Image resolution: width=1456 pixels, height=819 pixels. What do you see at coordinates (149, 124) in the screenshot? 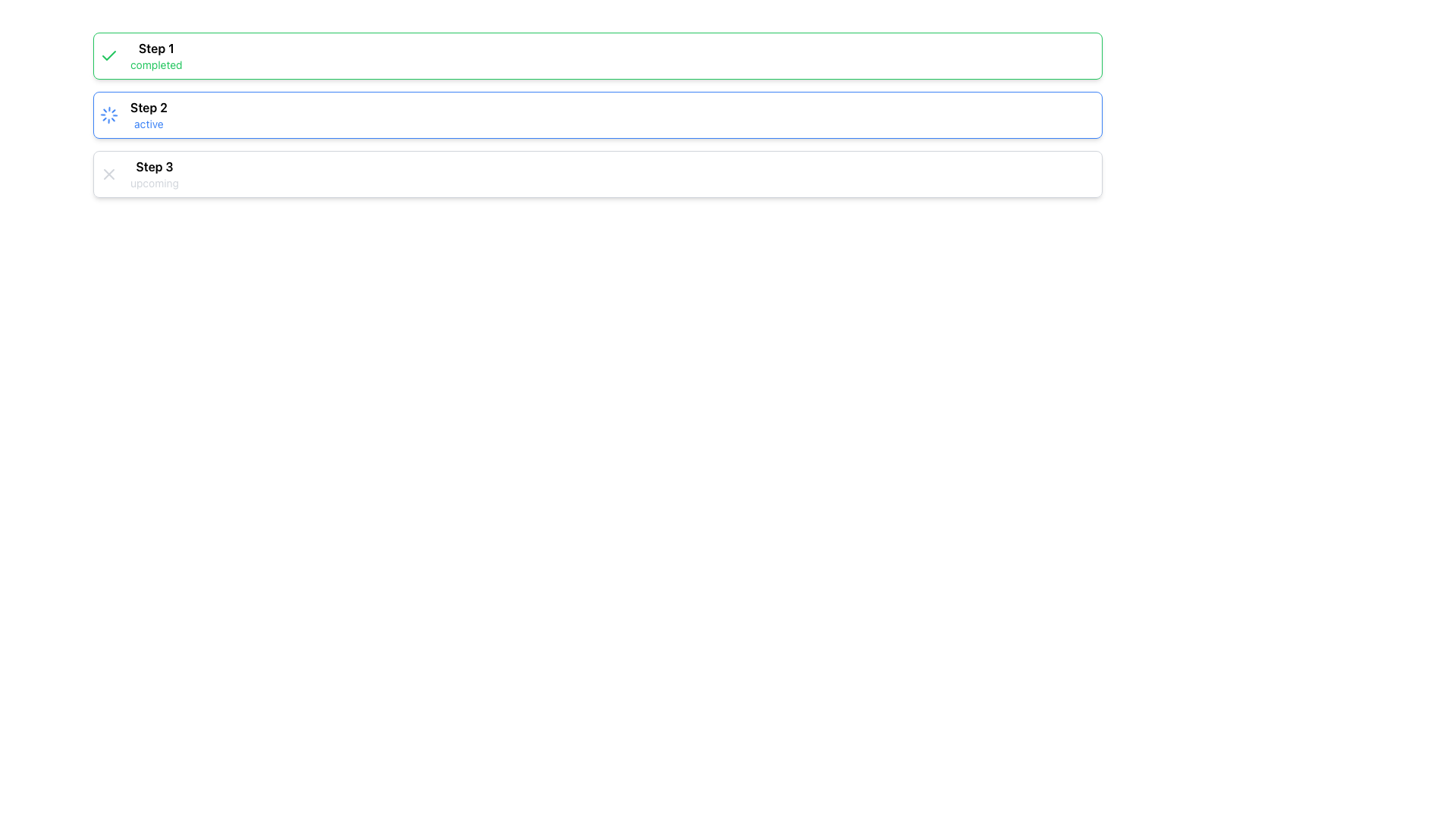
I see `the 'active' text label in the 'Step 2' section of the stepper component, which is colored blue and indicates a link or status` at bounding box center [149, 124].